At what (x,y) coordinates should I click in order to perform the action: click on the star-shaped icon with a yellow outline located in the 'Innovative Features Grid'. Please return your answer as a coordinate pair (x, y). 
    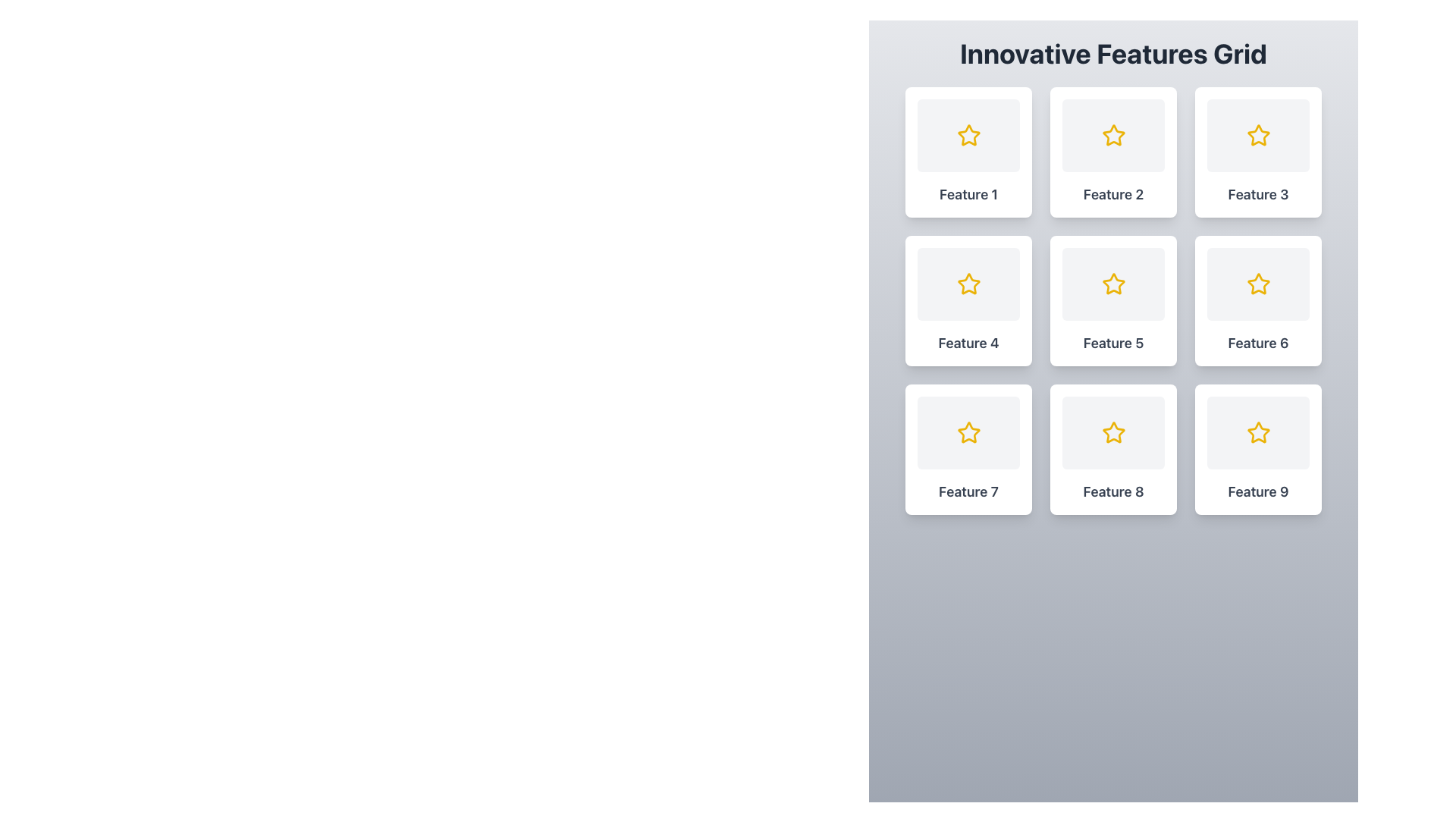
    Looking at the image, I should click on (1258, 284).